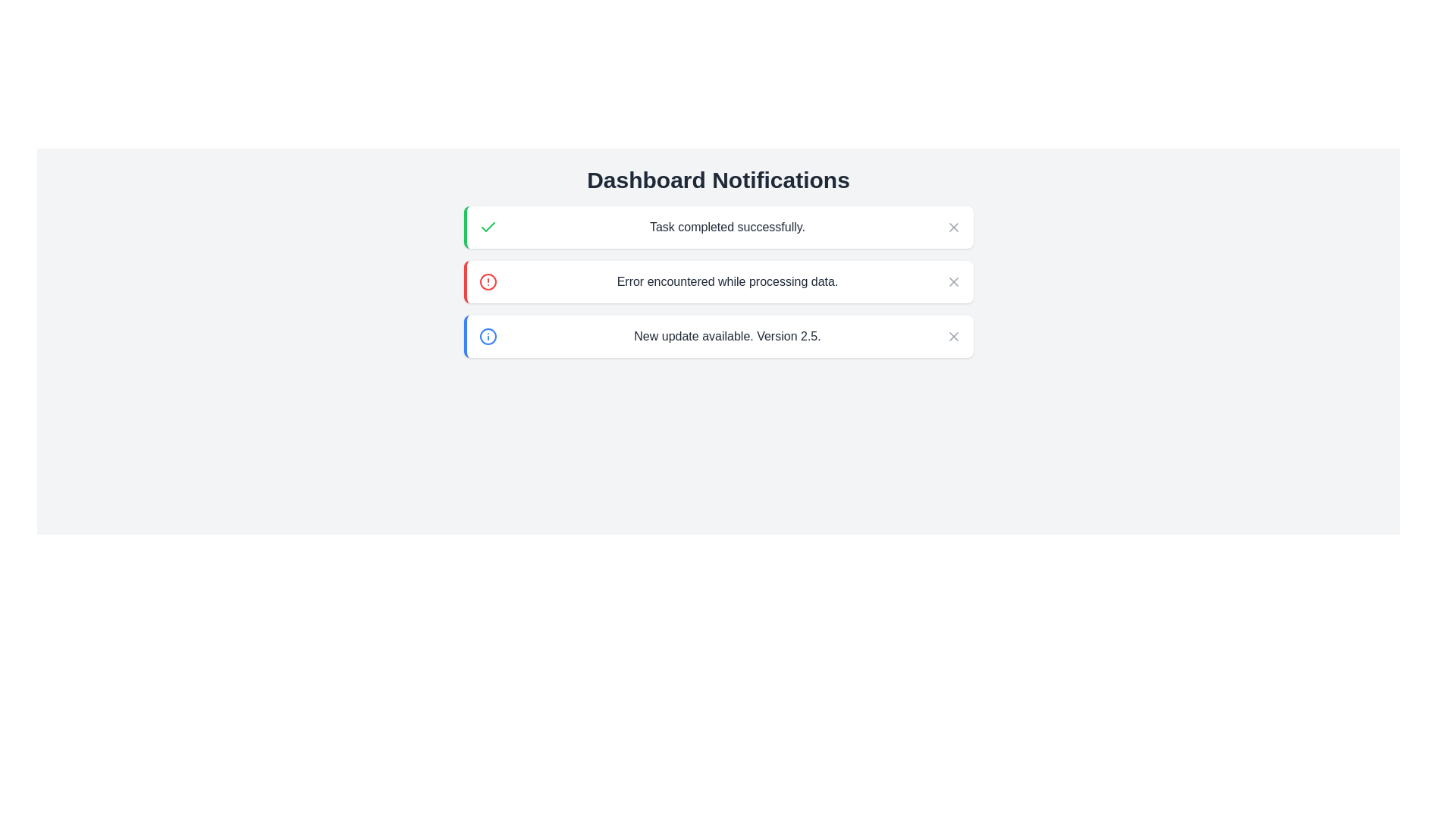 The image size is (1456, 819). Describe the element at coordinates (488, 335) in the screenshot. I see `the circular blue outlined icon representing an information symbol, located to the left of the notification text 'New update available. Version 2.5.'` at that location.